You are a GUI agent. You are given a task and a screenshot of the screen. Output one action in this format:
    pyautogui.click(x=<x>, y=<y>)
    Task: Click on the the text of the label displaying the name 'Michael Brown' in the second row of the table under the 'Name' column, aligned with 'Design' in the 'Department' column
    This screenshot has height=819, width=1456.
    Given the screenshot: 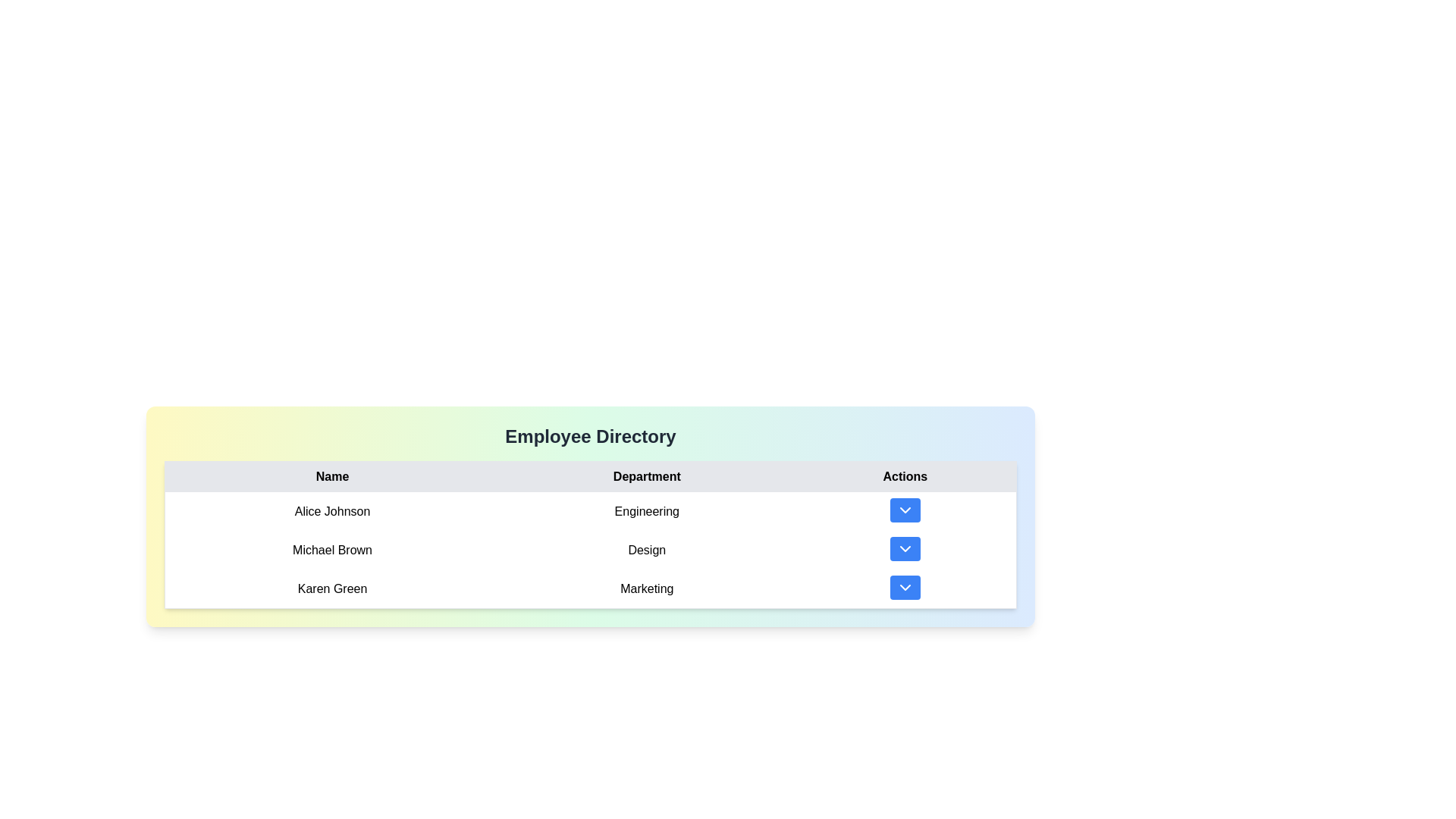 What is the action you would take?
    pyautogui.click(x=331, y=550)
    